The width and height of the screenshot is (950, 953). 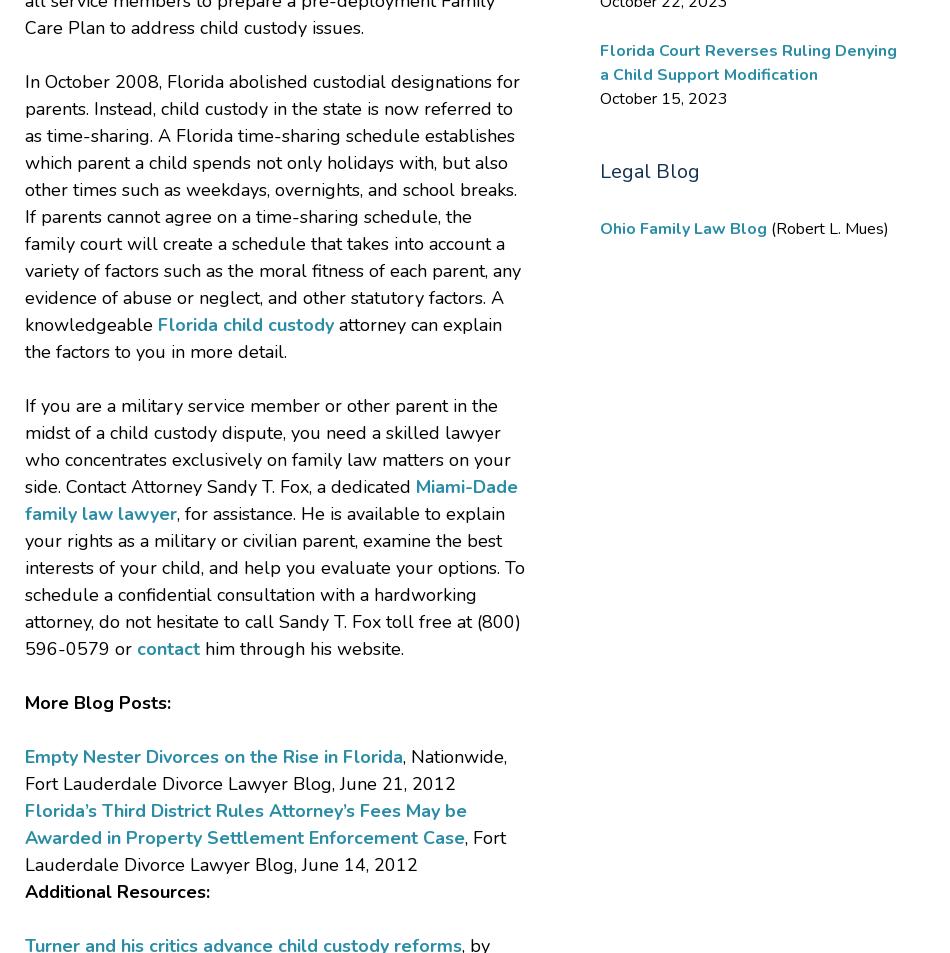 What do you see at coordinates (24, 850) in the screenshot?
I see `', Fort Lauderdale Divorce Lawyer Blog, June 14, 2012'` at bounding box center [24, 850].